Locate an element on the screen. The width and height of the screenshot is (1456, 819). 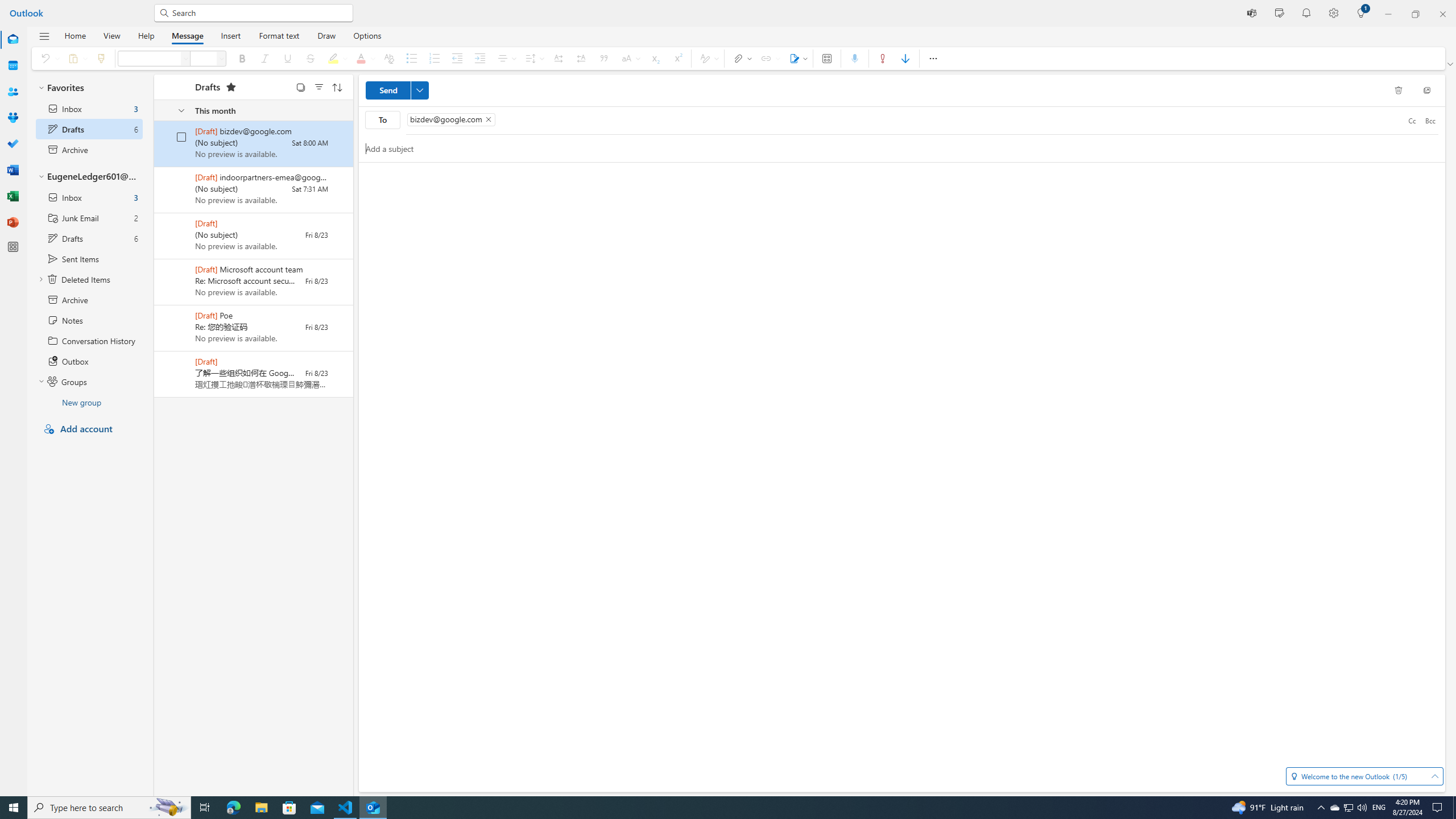
'Drafts selected 6 items' is located at coordinates (89, 128).